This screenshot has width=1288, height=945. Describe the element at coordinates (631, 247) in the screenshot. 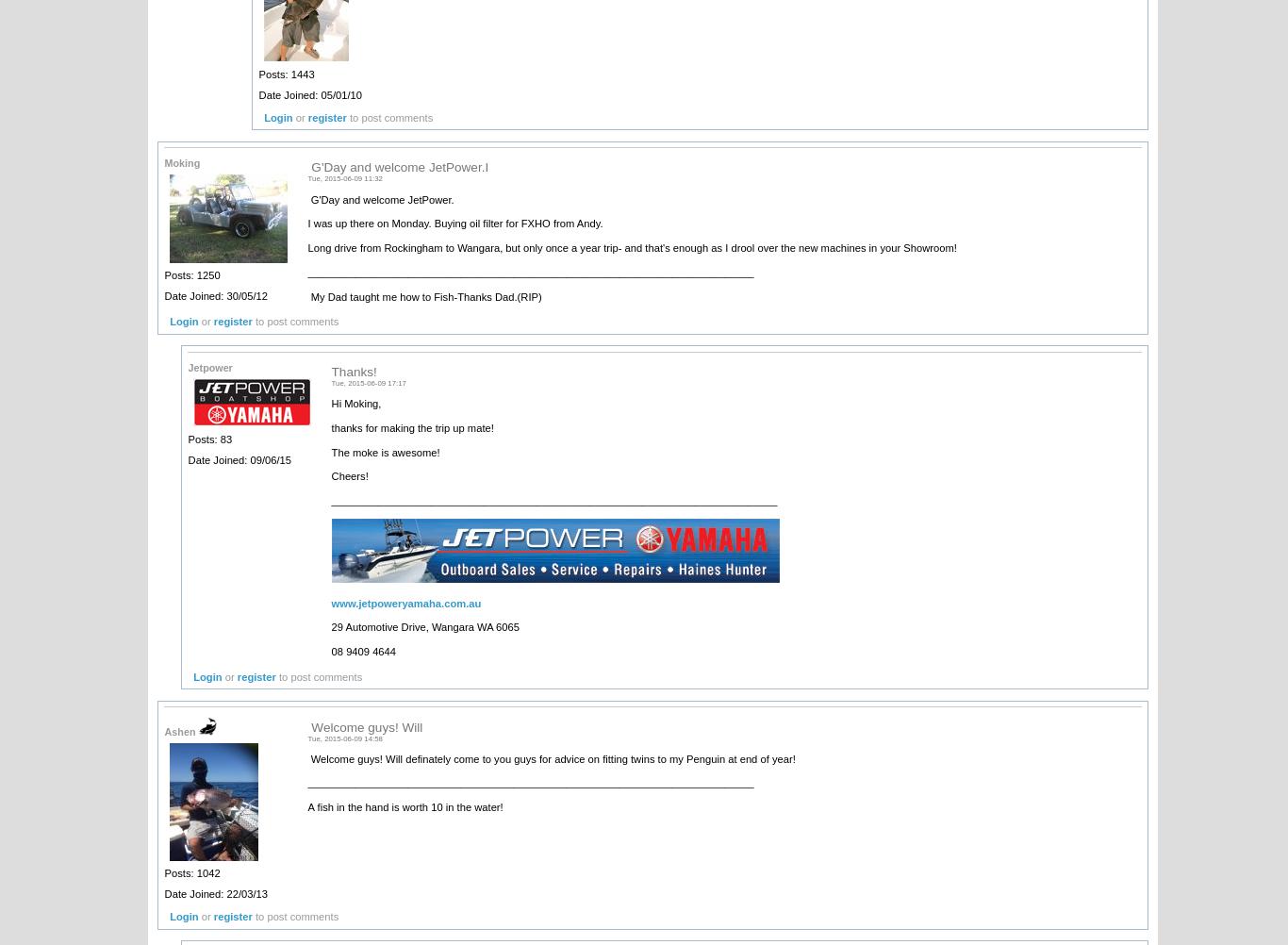

I see `'Long drive from Rockingham to Wangara, but only once a year trip- and that's enough as I drool over the new machines in your Showroom!'` at that location.